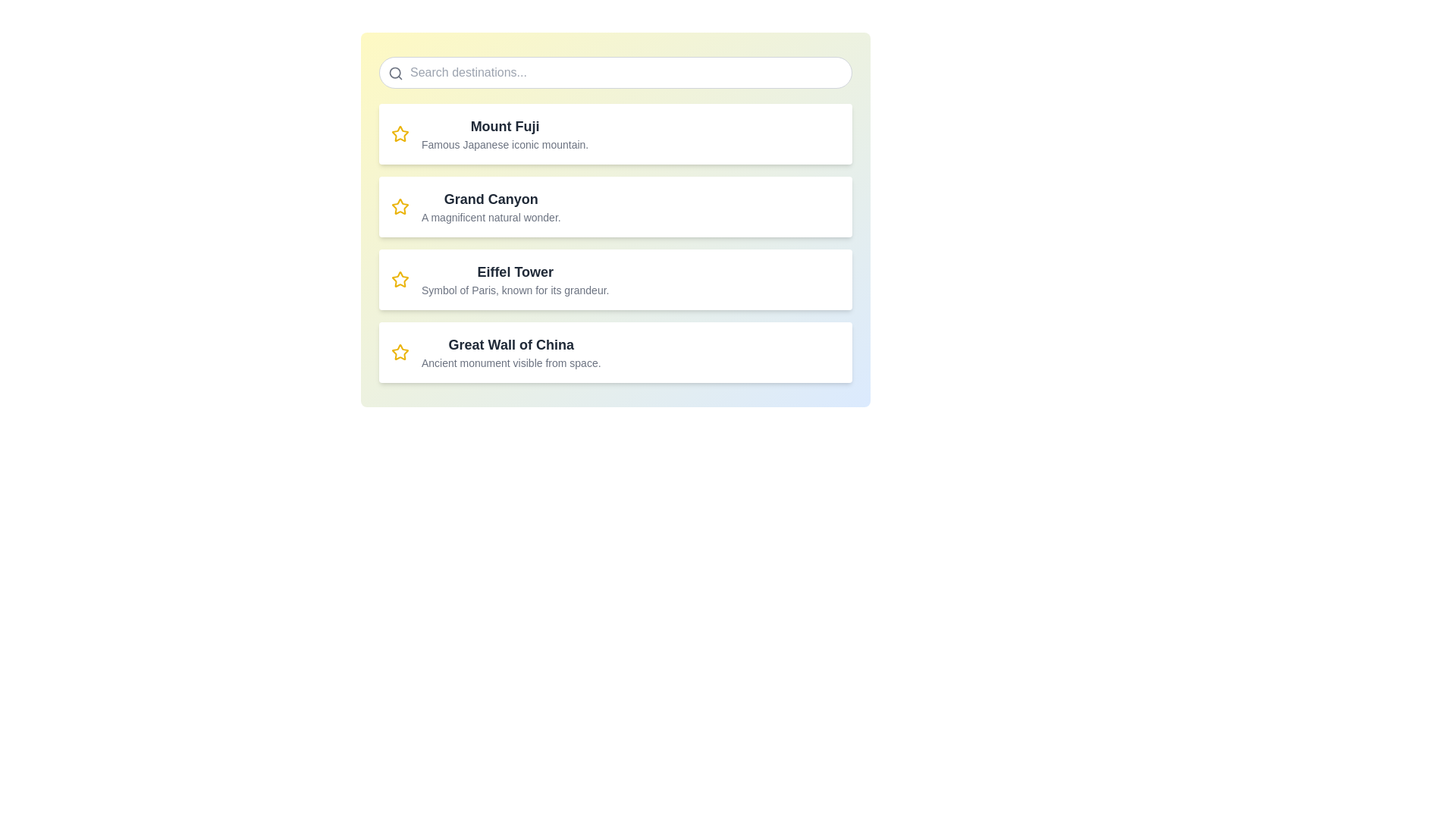 The height and width of the screenshot is (819, 1456). What do you see at coordinates (511, 345) in the screenshot?
I see `the text element that reads 'Great Wall of China,' which is styled as a bold title in dark color, located in the fourth item of a vertical list of destinations` at bounding box center [511, 345].